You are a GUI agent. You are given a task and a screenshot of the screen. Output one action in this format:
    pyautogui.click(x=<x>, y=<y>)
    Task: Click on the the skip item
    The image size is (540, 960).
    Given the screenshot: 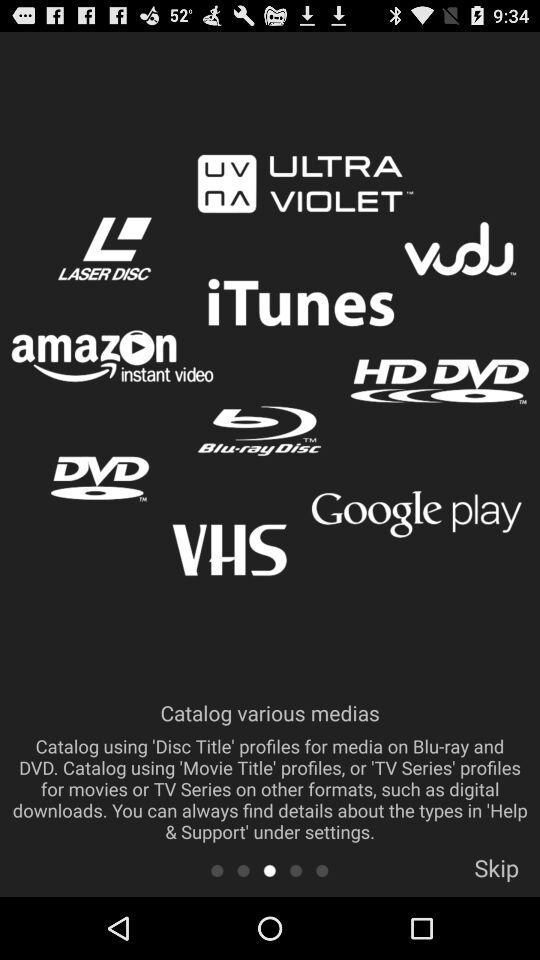 What is the action you would take?
    pyautogui.click(x=495, y=873)
    